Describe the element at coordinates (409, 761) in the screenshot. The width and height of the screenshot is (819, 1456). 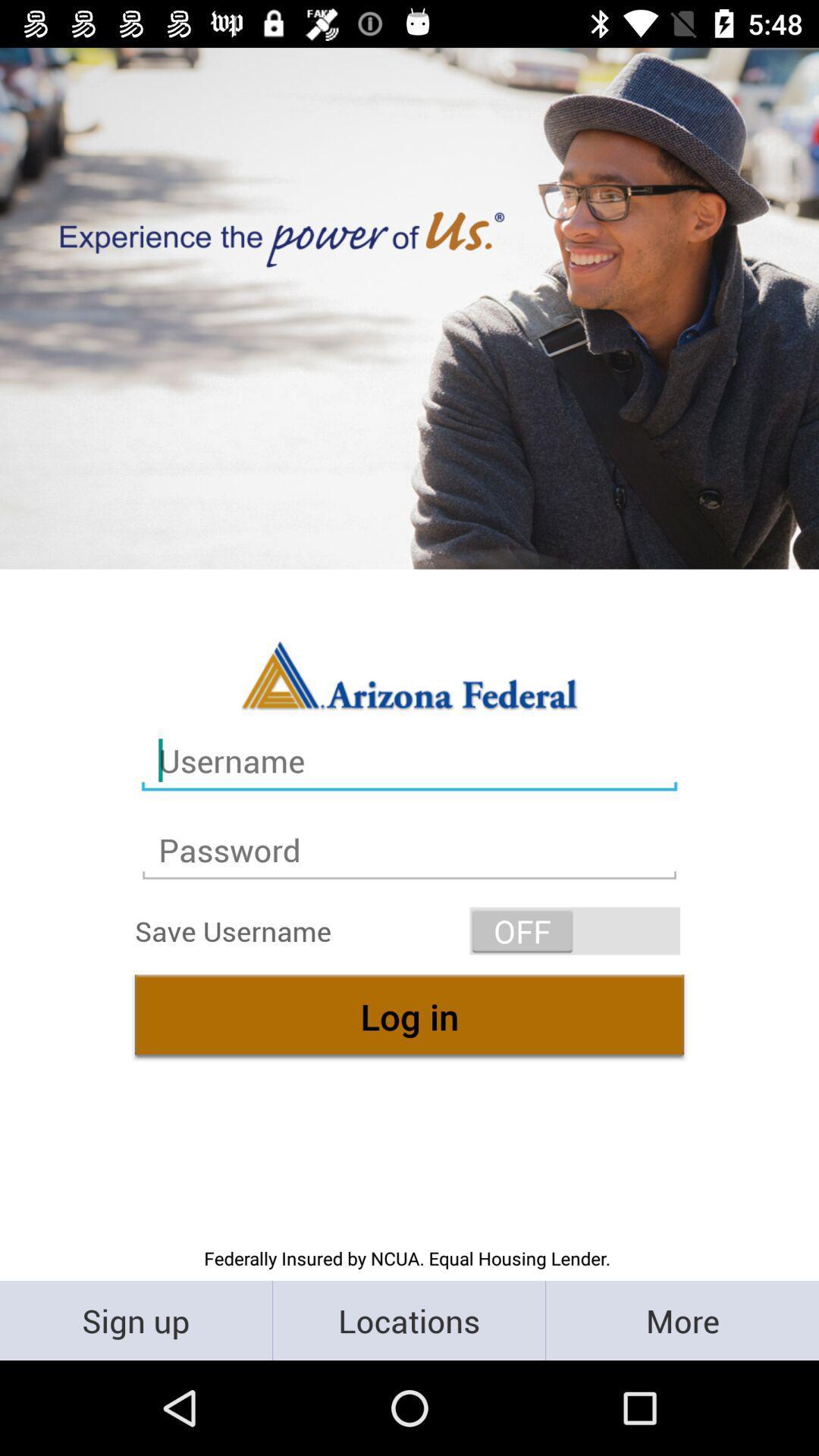
I see `the text box contain name username` at that location.